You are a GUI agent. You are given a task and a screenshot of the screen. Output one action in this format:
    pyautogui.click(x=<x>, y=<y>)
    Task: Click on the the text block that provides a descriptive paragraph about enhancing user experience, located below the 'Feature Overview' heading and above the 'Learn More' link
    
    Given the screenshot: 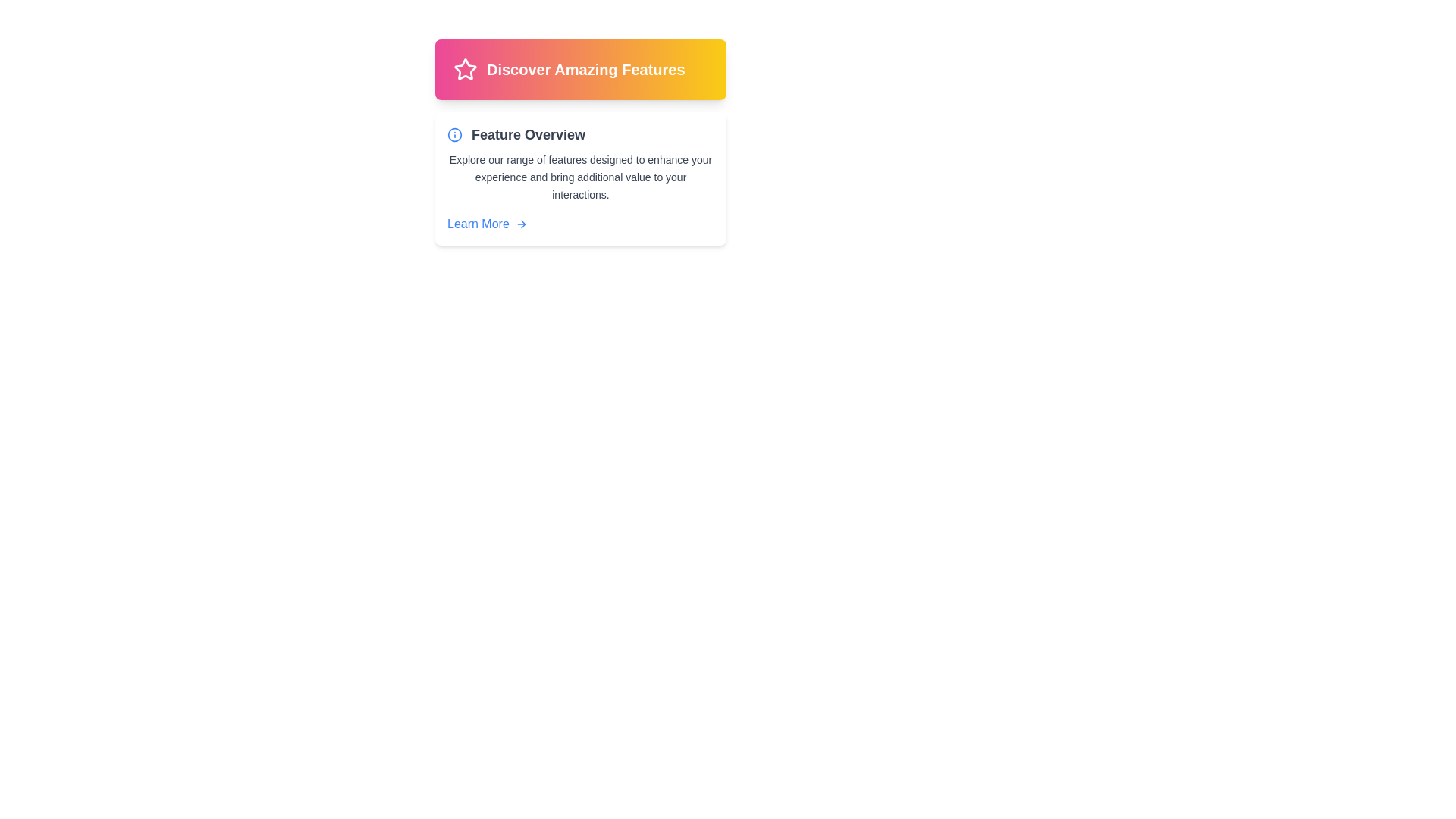 What is the action you would take?
    pyautogui.click(x=580, y=177)
    